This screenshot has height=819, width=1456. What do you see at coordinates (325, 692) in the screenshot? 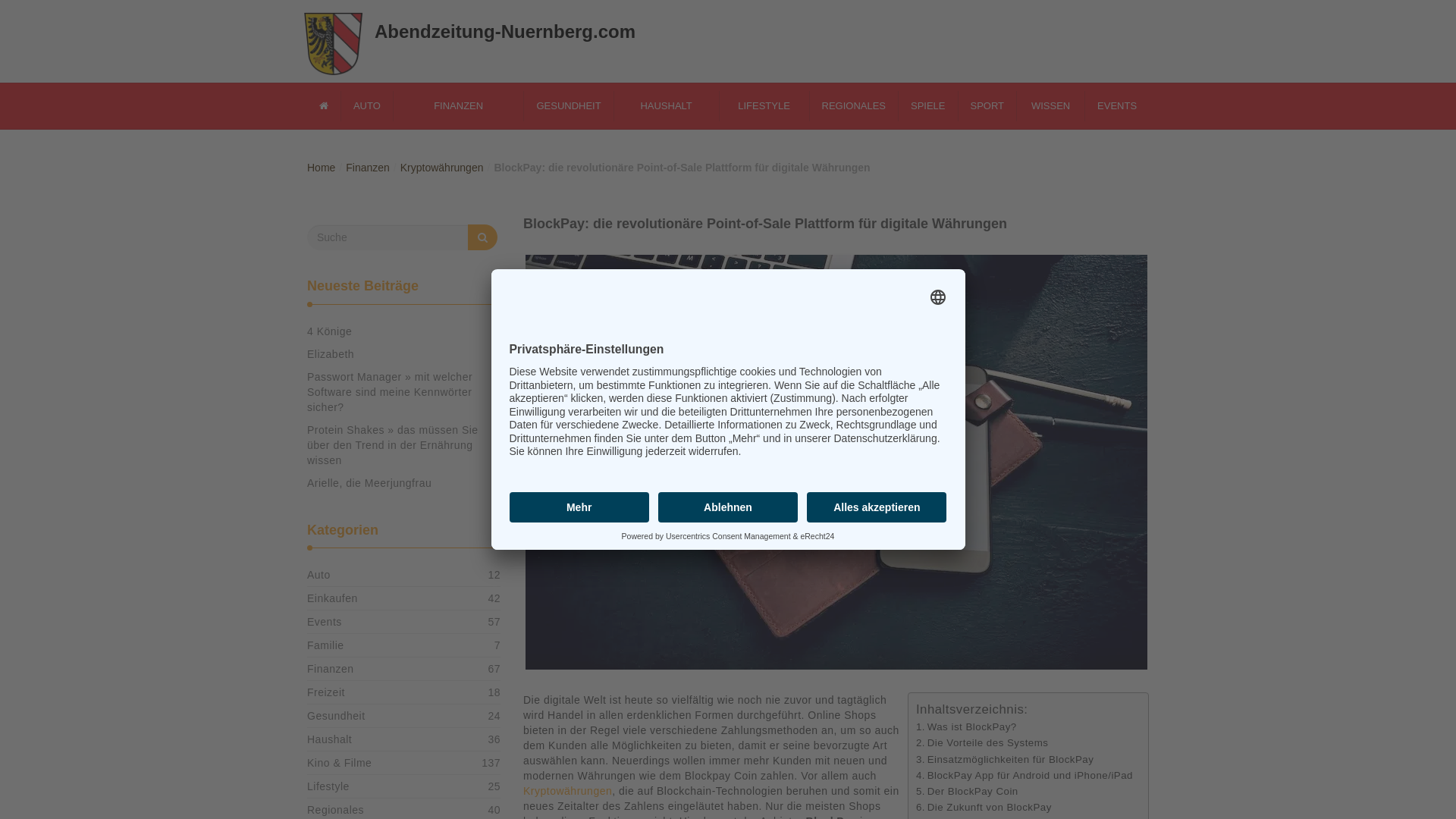
I see `'Freizeit` at bounding box center [325, 692].